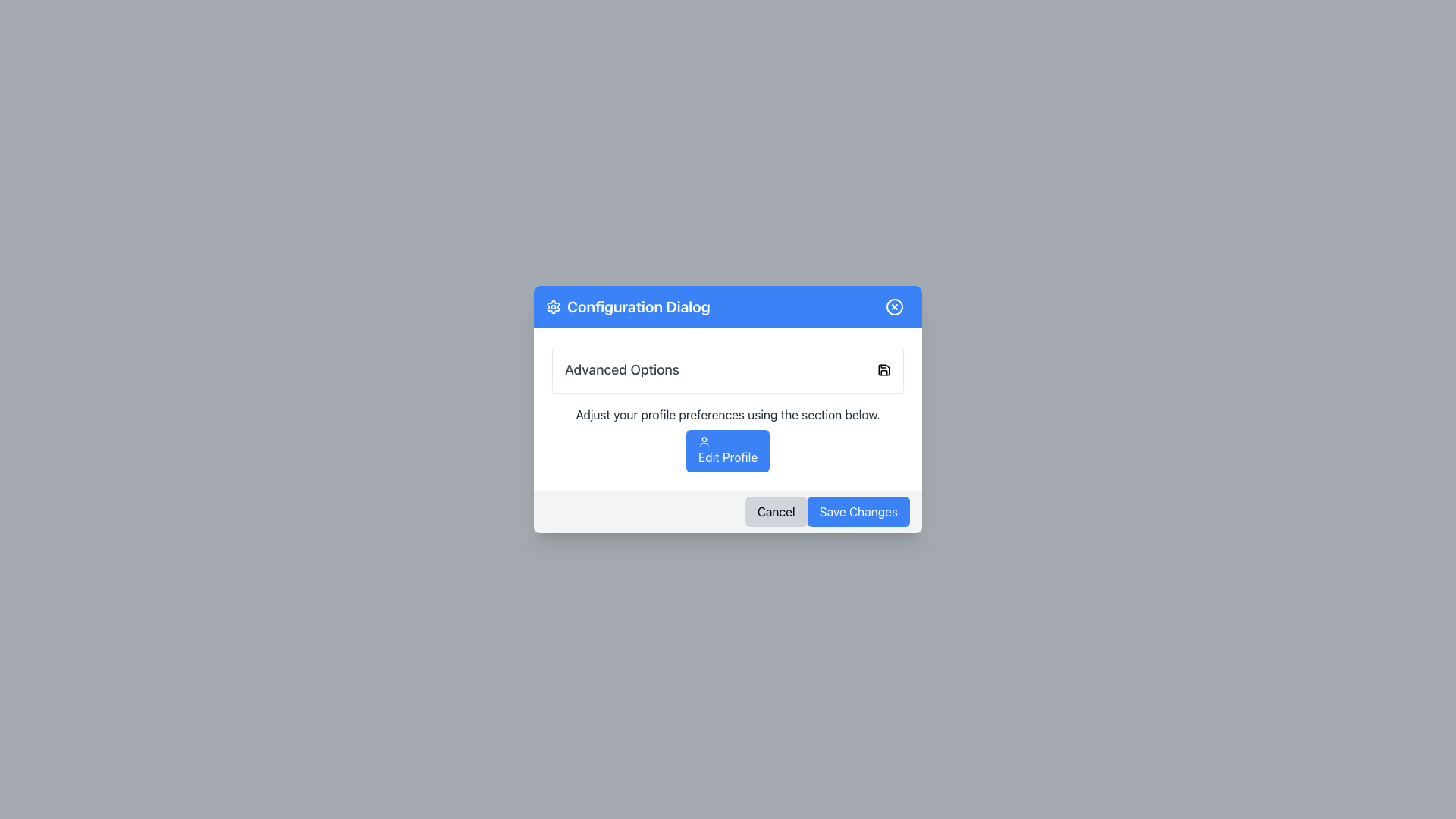  Describe the element at coordinates (628, 307) in the screenshot. I see `the text label that serves as the title of the dialog box, located in the top-left portion and adjacent to the close button` at that location.